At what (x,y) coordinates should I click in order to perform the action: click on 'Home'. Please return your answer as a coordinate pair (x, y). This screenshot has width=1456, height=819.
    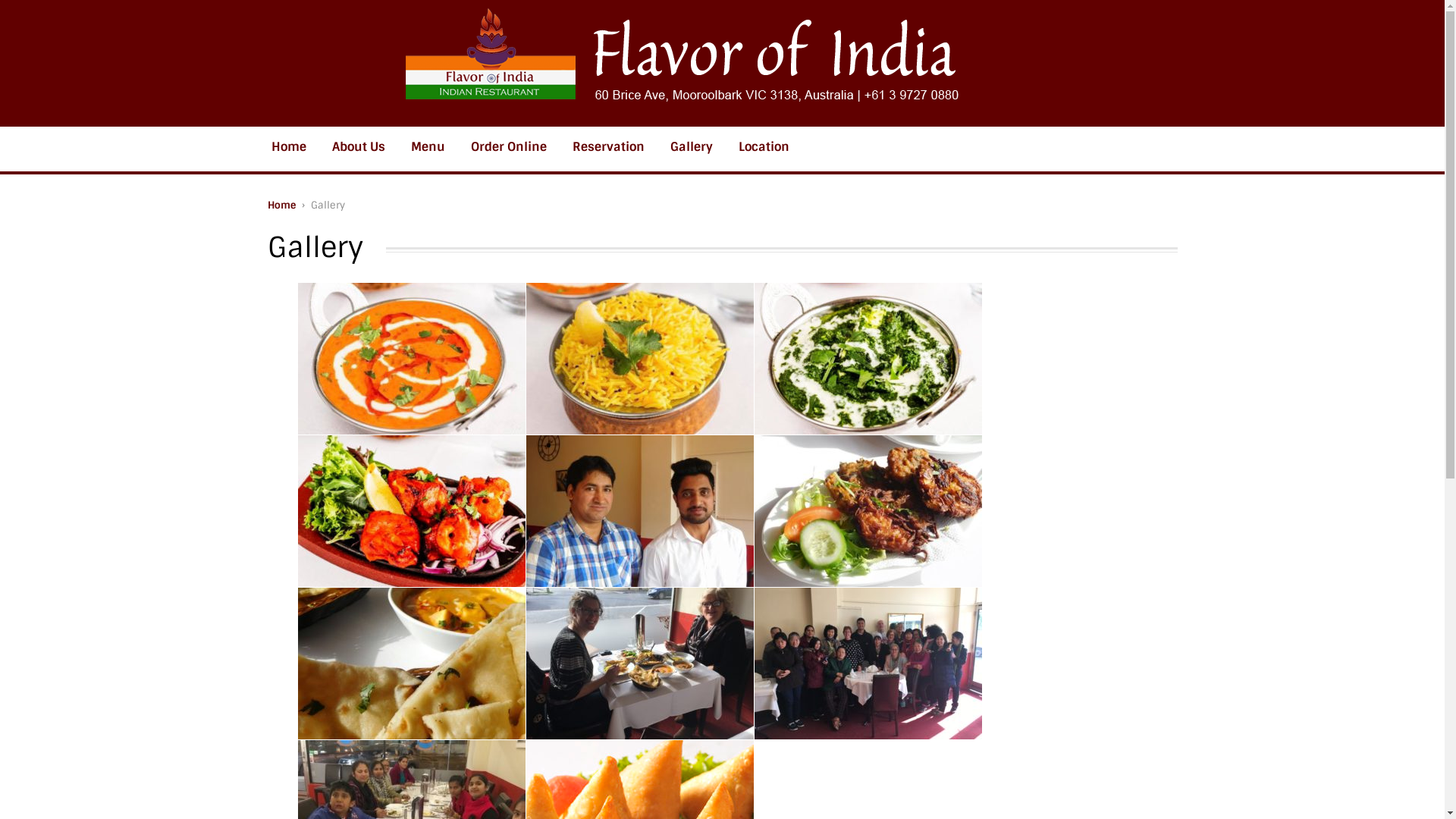
    Looking at the image, I should click on (288, 146).